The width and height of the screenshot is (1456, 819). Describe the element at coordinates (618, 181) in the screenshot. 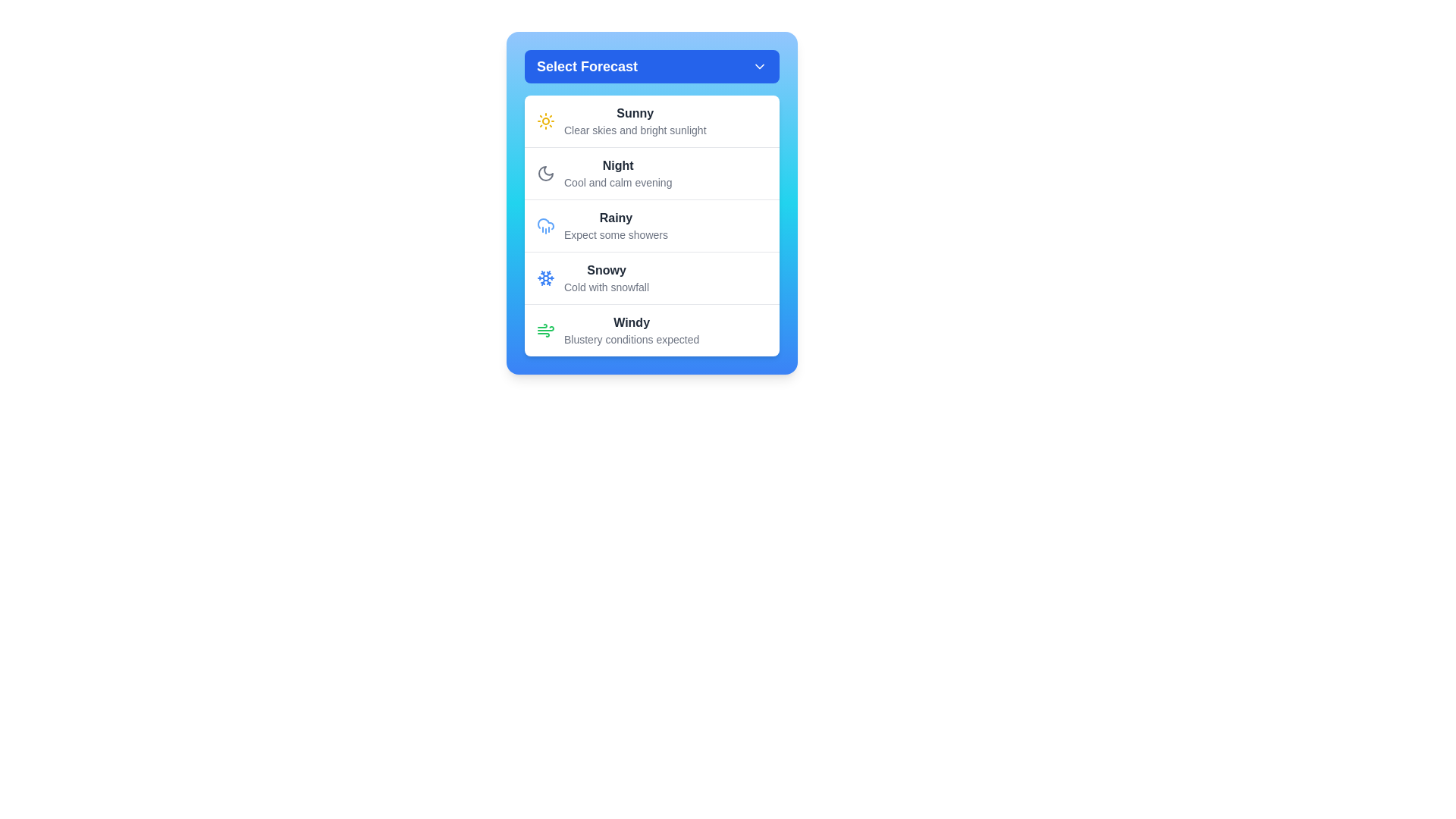

I see `text label that describes the 'Night' option, located directly under the 'Night' heading in the vertical list of forecast options` at that location.